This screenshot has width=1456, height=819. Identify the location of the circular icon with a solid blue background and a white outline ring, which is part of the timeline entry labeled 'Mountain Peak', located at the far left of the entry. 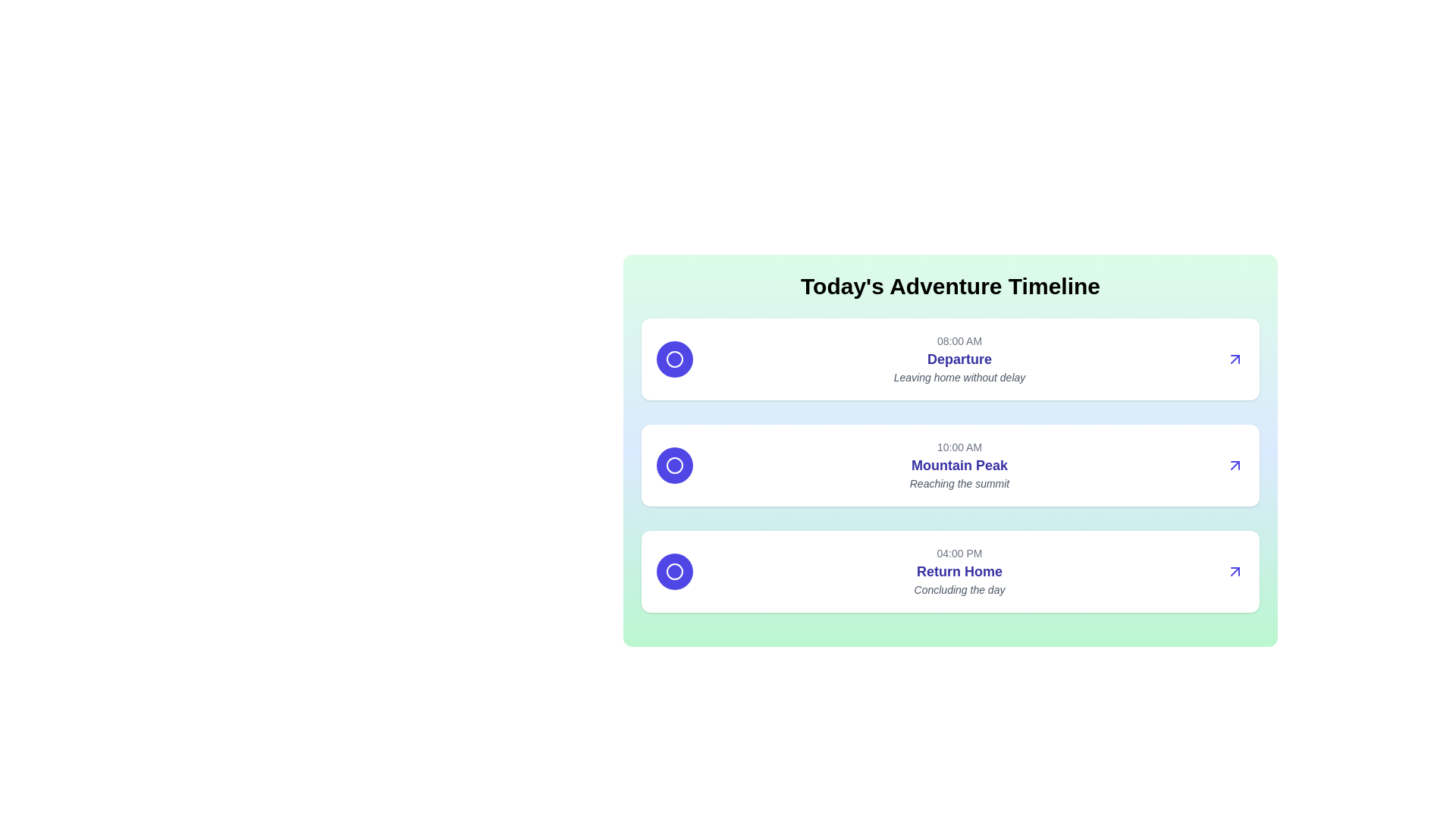
(673, 464).